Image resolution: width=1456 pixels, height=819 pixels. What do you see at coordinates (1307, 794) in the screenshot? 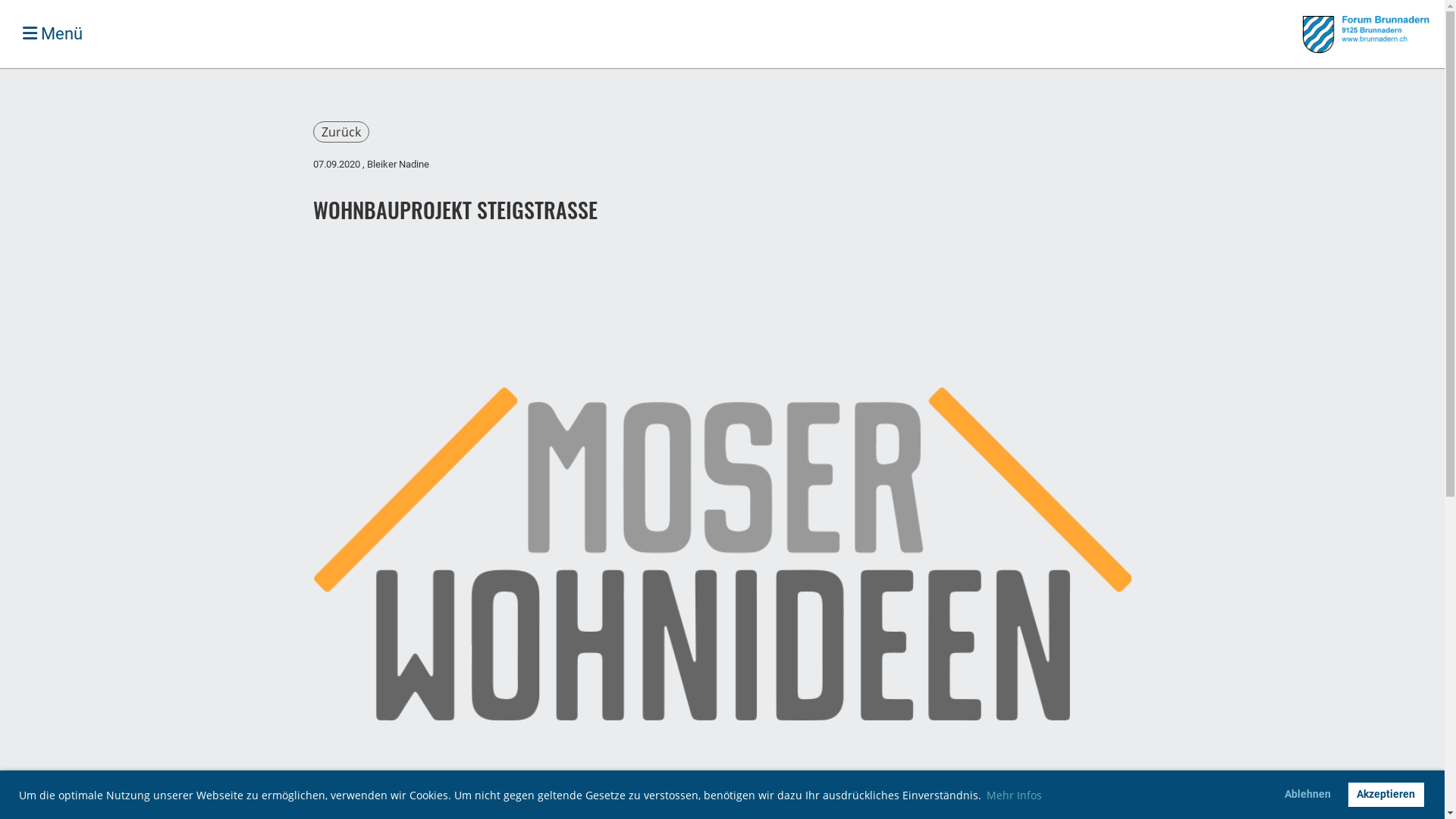
I see `'Ablehnen'` at bounding box center [1307, 794].